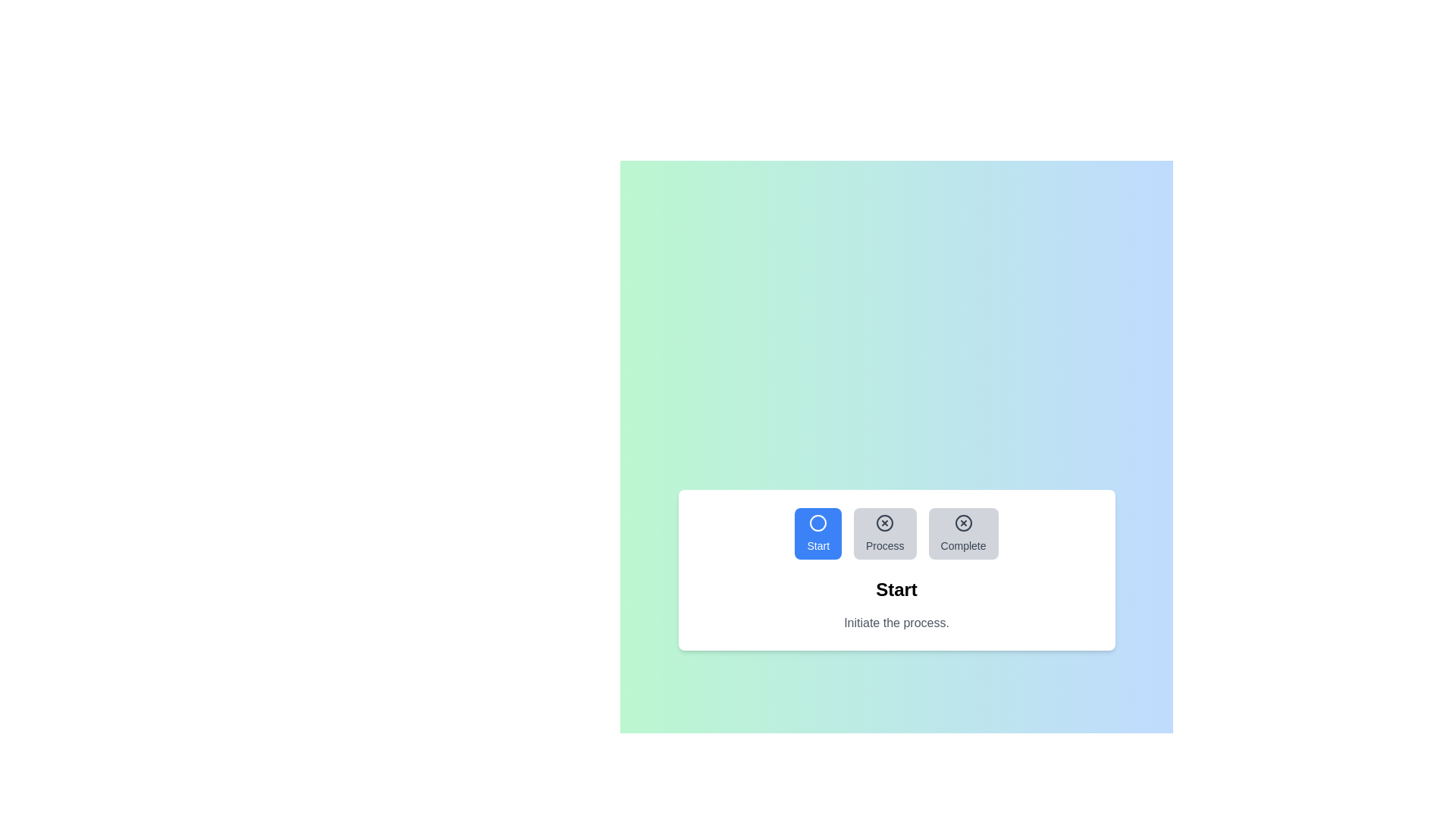 Image resolution: width=1456 pixels, height=819 pixels. What do you see at coordinates (885, 522) in the screenshot?
I see `the 'X' icon within the 'Process' button, which serves as an indicator for cancellation or closing functionality` at bounding box center [885, 522].